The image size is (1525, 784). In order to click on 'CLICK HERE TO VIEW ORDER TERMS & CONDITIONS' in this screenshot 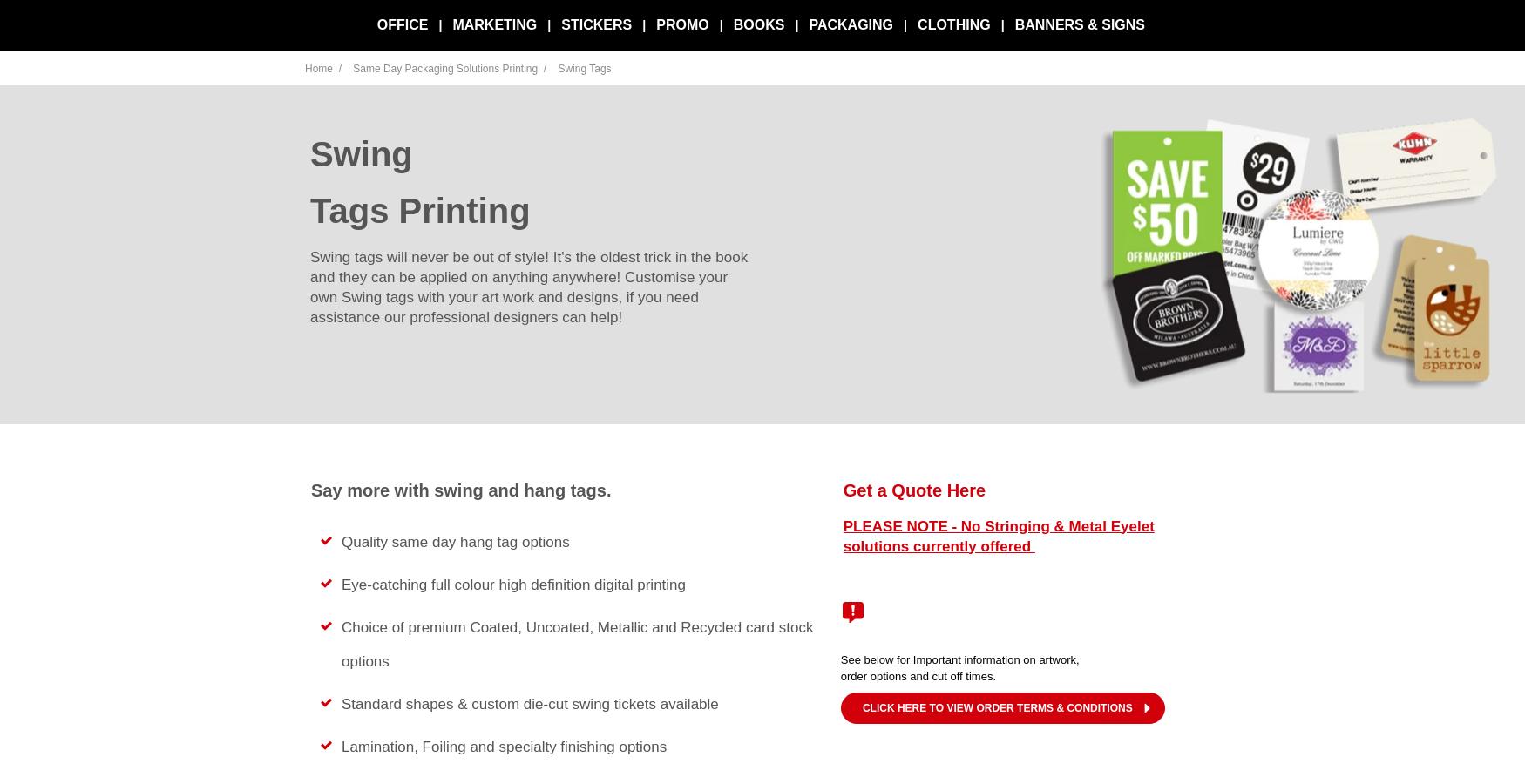, I will do `click(995, 706)`.